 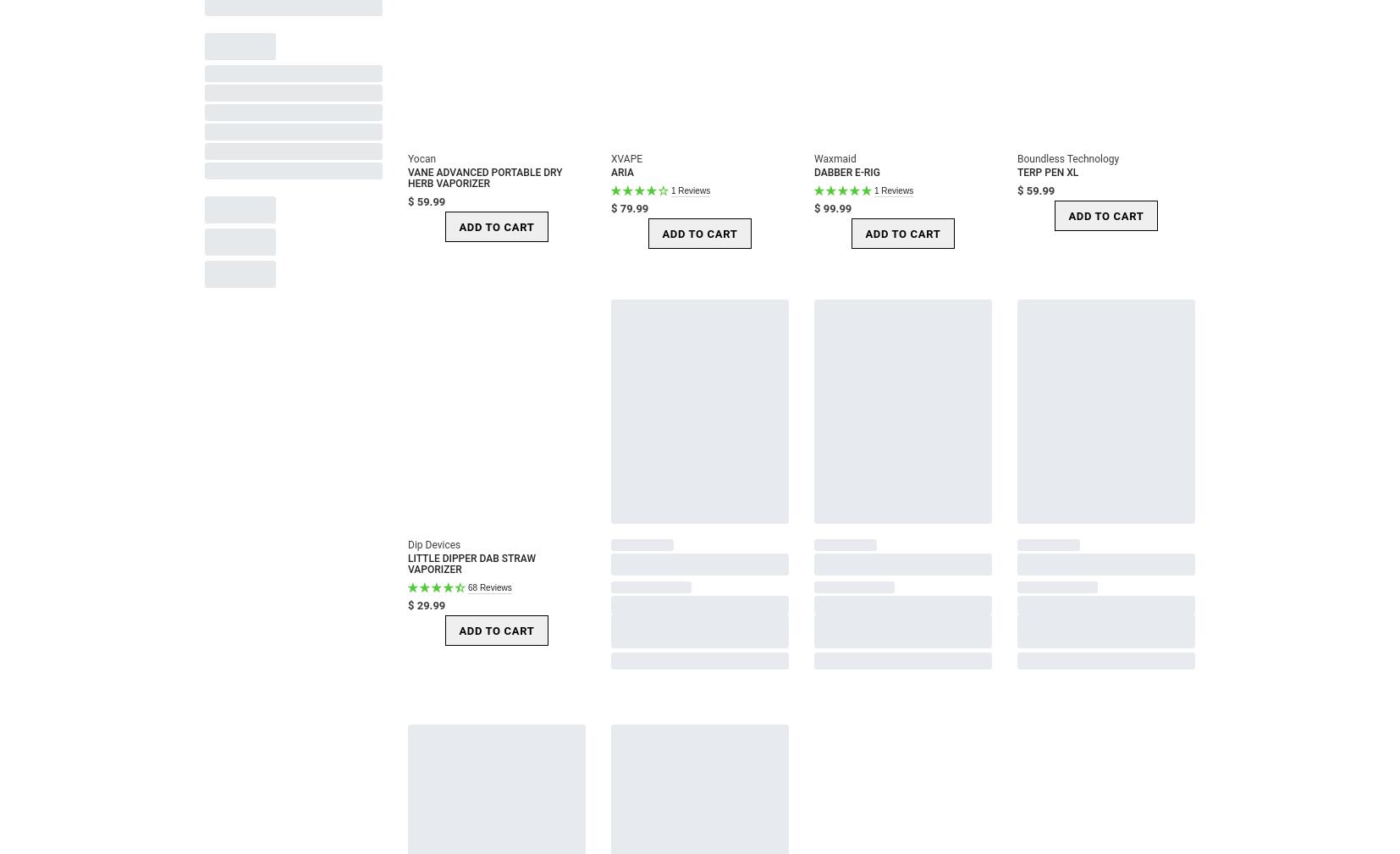 I want to click on 'Tying the entire vaporizer together, the vape is handcrafted using German technology. It even comes with a 3-year warranty. While the Volcano is an amazing desktop vaporizer for dry herbs, it is also compatible with concentrates. It's all the best functionality put into one vape.', so click(x=684, y=309).